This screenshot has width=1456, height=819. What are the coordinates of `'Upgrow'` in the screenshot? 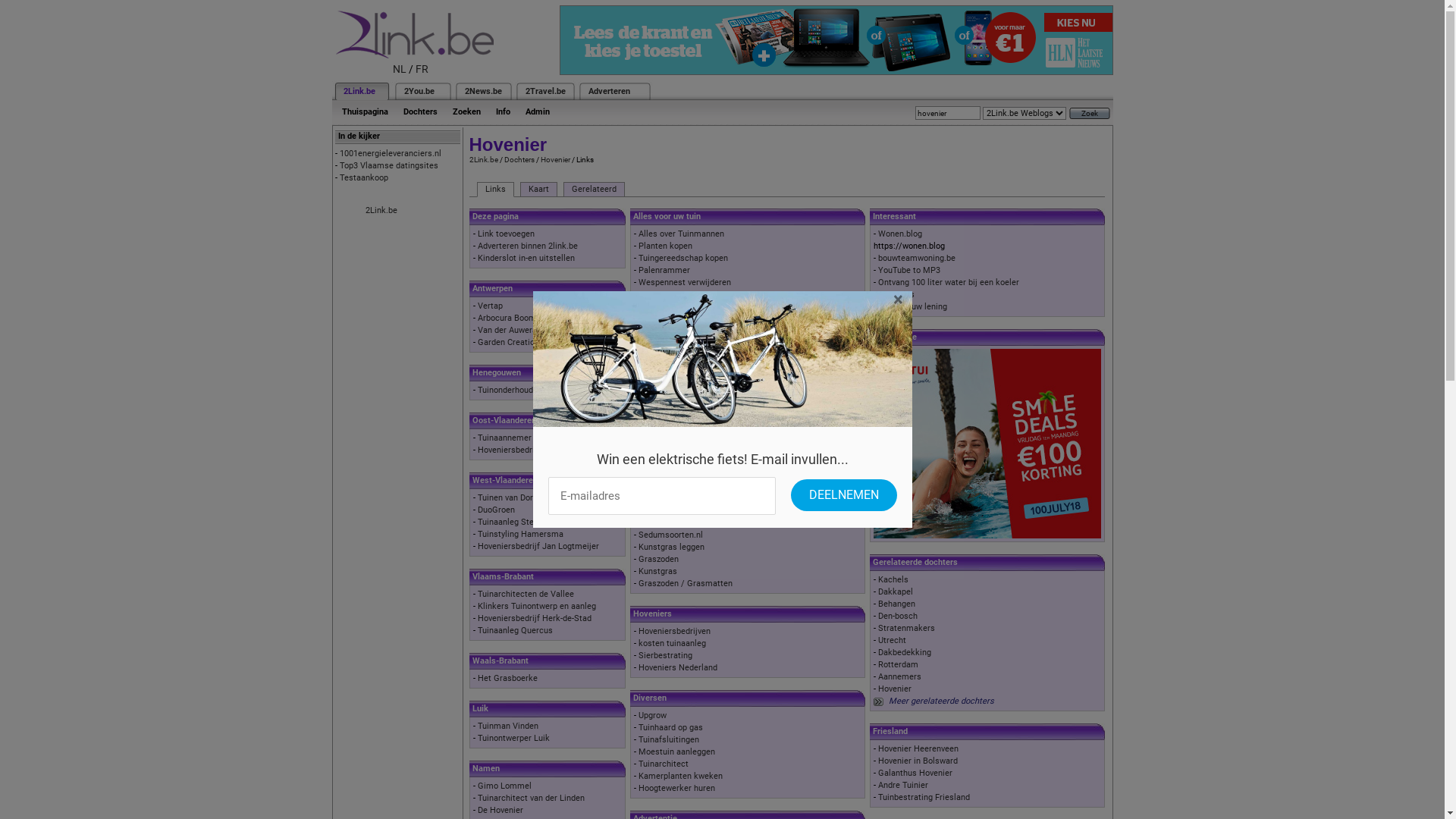 It's located at (652, 715).